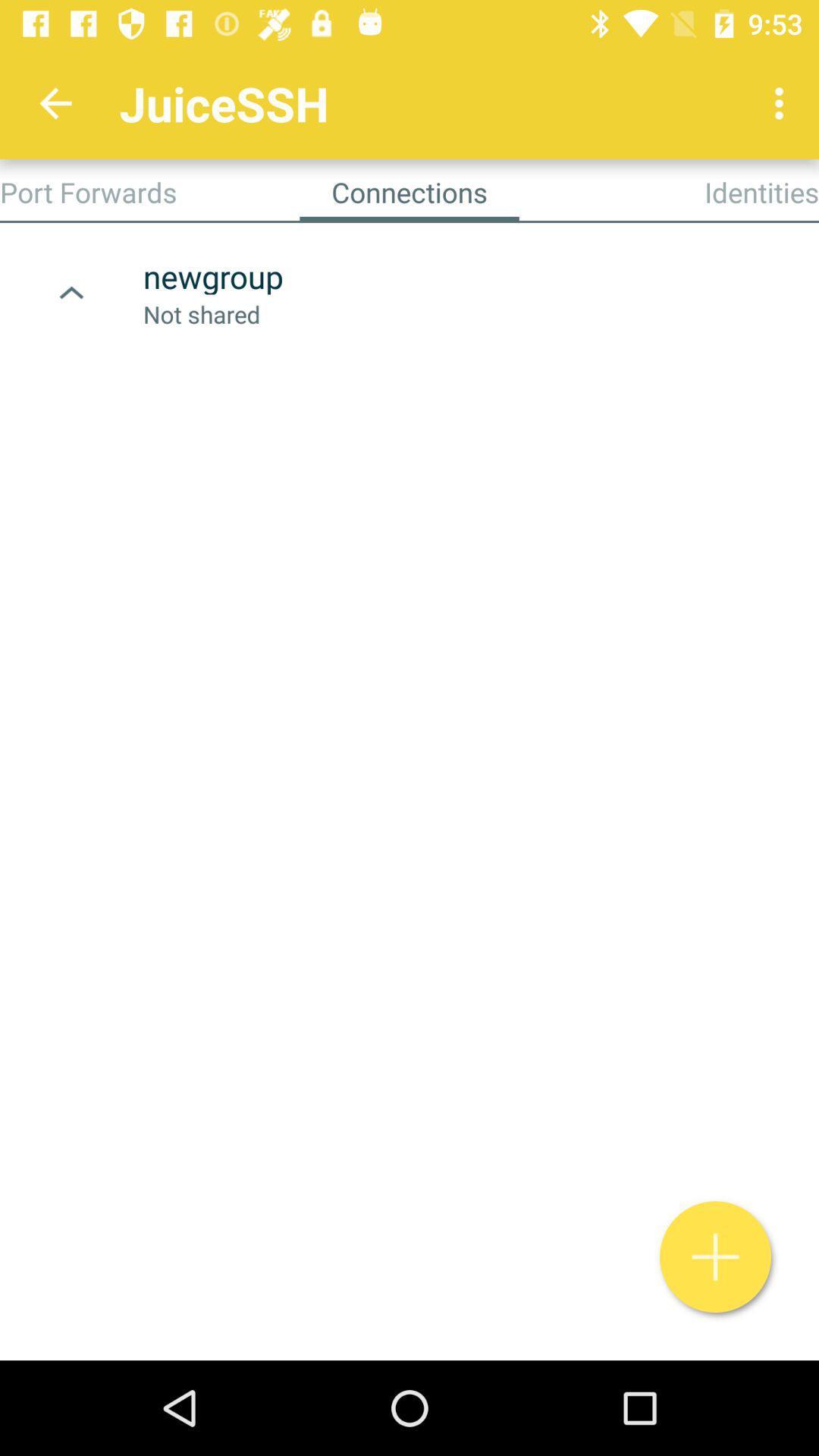 The image size is (819, 1456). Describe the element at coordinates (88, 191) in the screenshot. I see `port forwards icon` at that location.